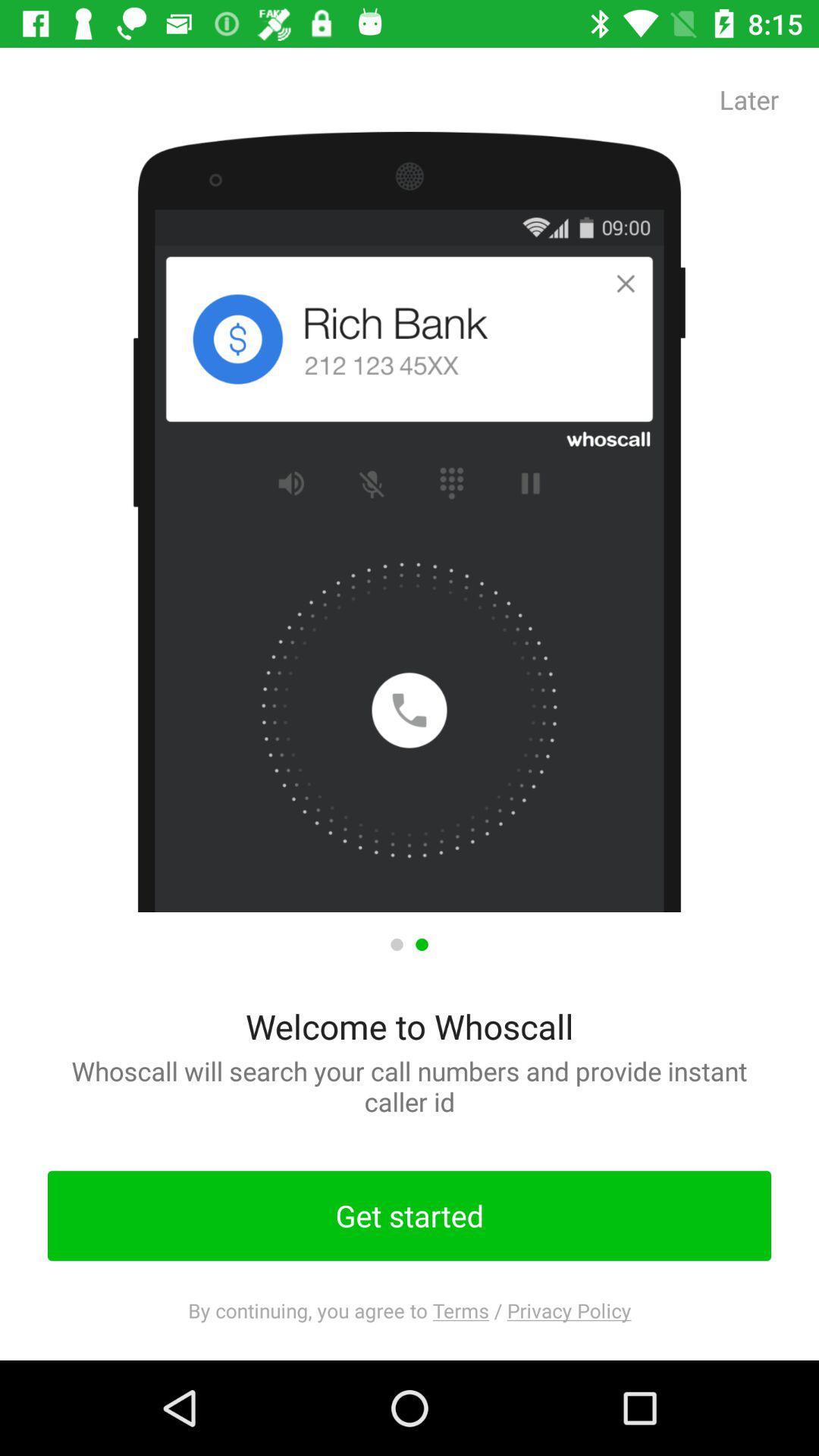  Describe the element at coordinates (748, 99) in the screenshot. I see `the later app` at that location.